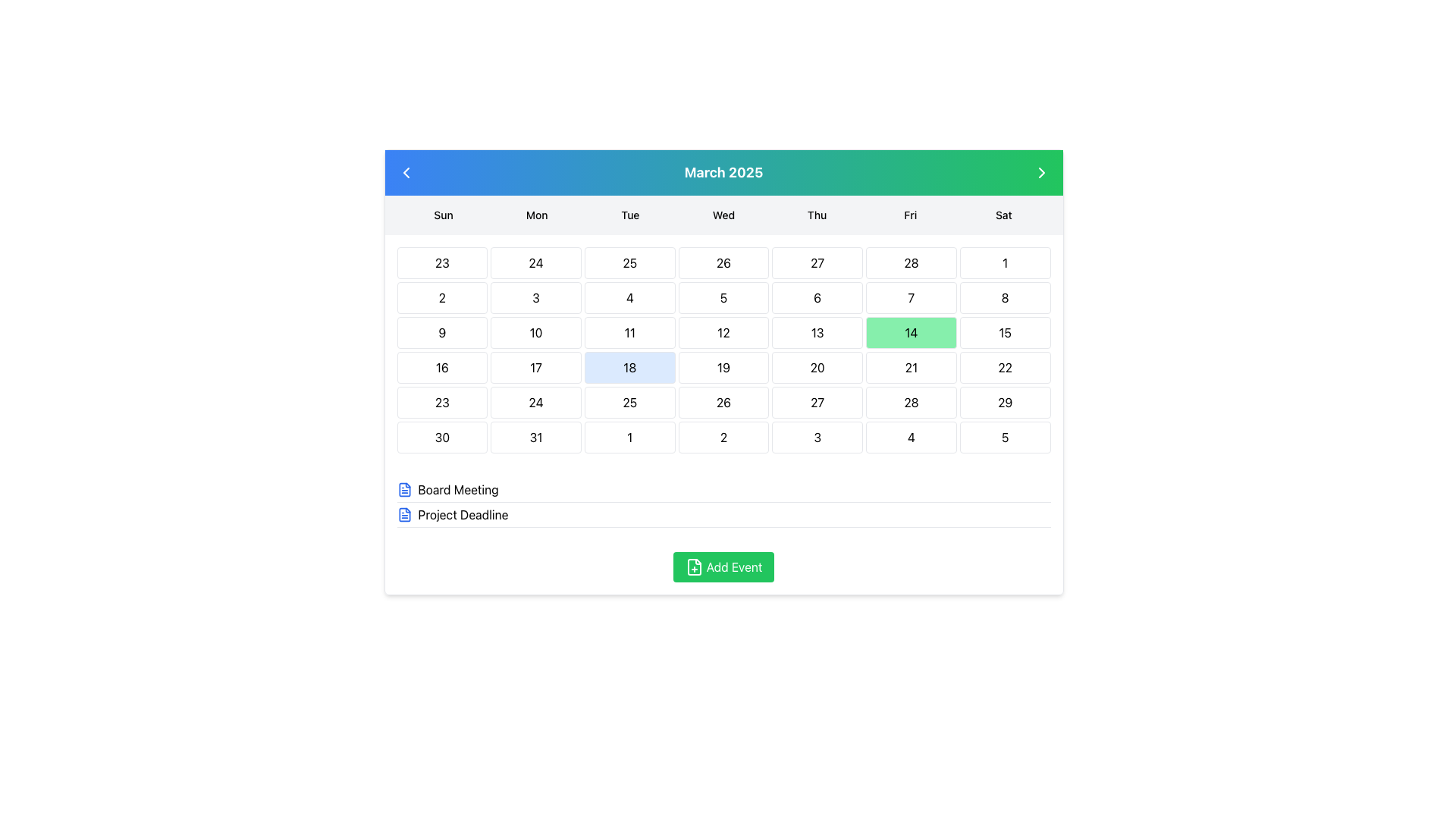 Image resolution: width=1456 pixels, height=819 pixels. Describe the element at coordinates (723, 215) in the screenshot. I see `text 'Wed' from the Label row in the calendar interface, which displays the days of the week abbreviations located beneath the month header 'March 2025'` at that location.